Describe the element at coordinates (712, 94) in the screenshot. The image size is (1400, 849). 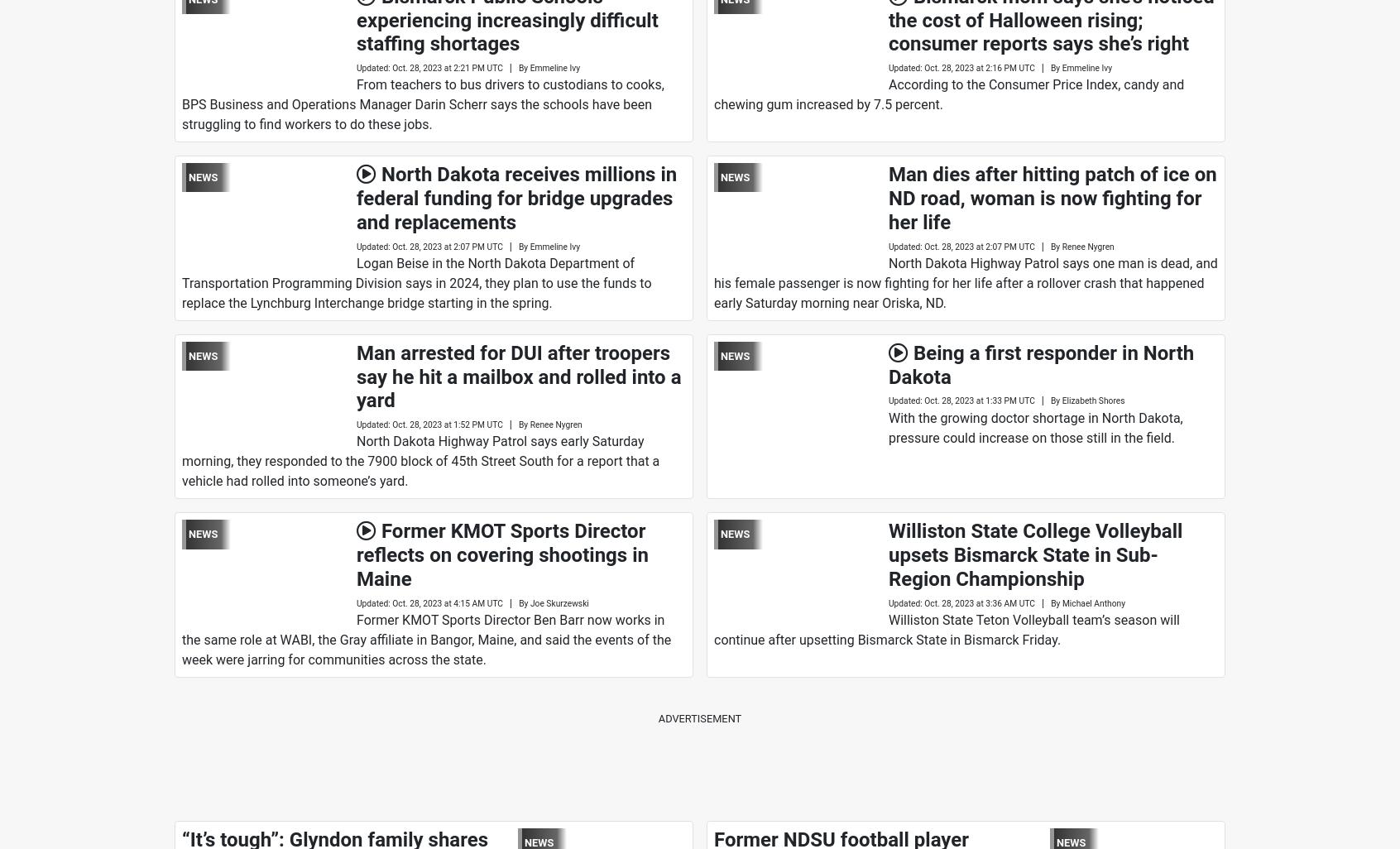
I see `'According to the Consumer Price Index, candy and chewing gum increased by 7.5 percent.'` at that location.